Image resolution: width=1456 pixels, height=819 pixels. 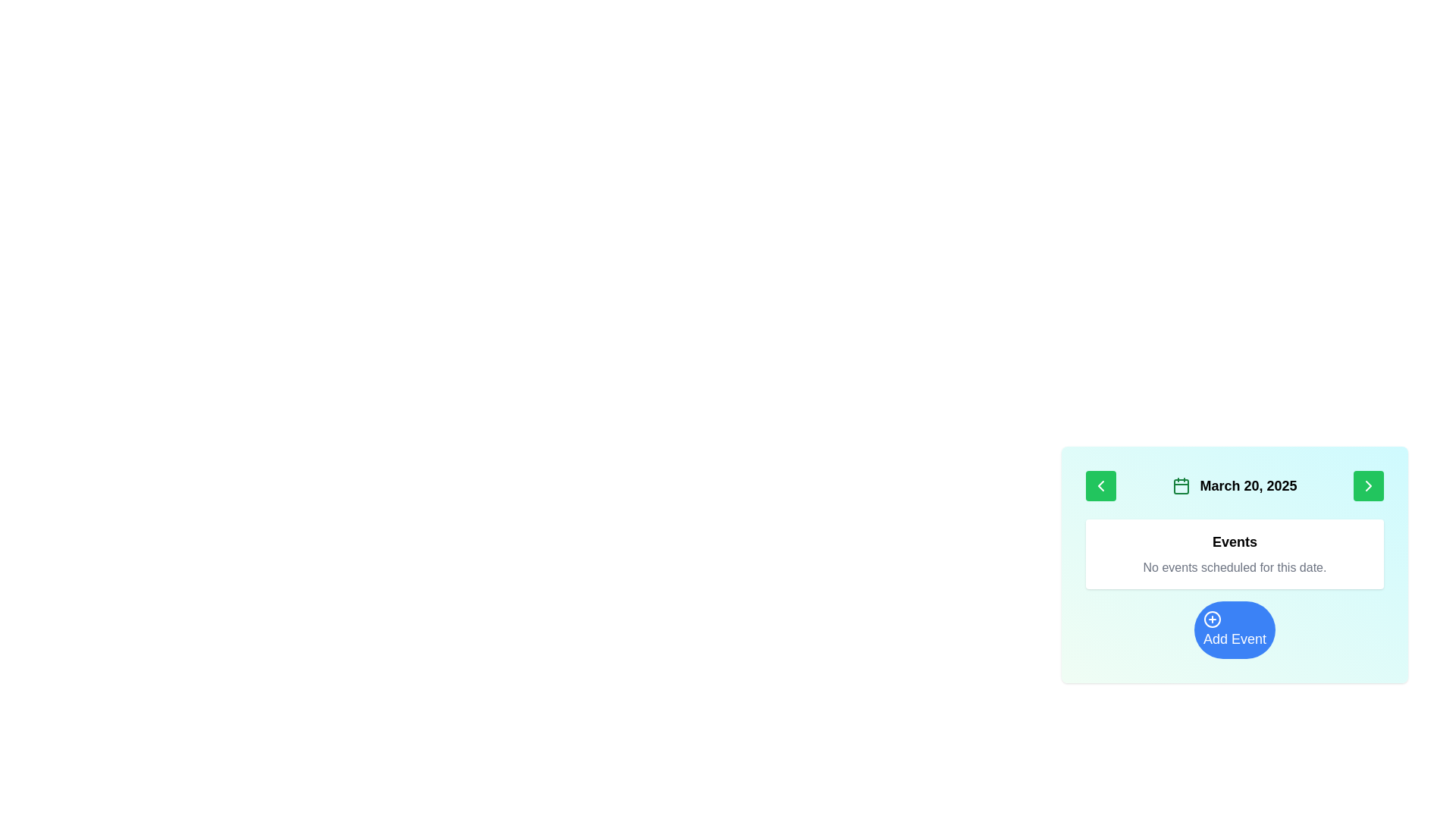 What do you see at coordinates (1235, 567) in the screenshot?
I see `the static text element that reads 'No events scheduled for this date.' which is located within the 'Events' box, positioned below the 'Events' heading and above the 'Add Event' button` at bounding box center [1235, 567].